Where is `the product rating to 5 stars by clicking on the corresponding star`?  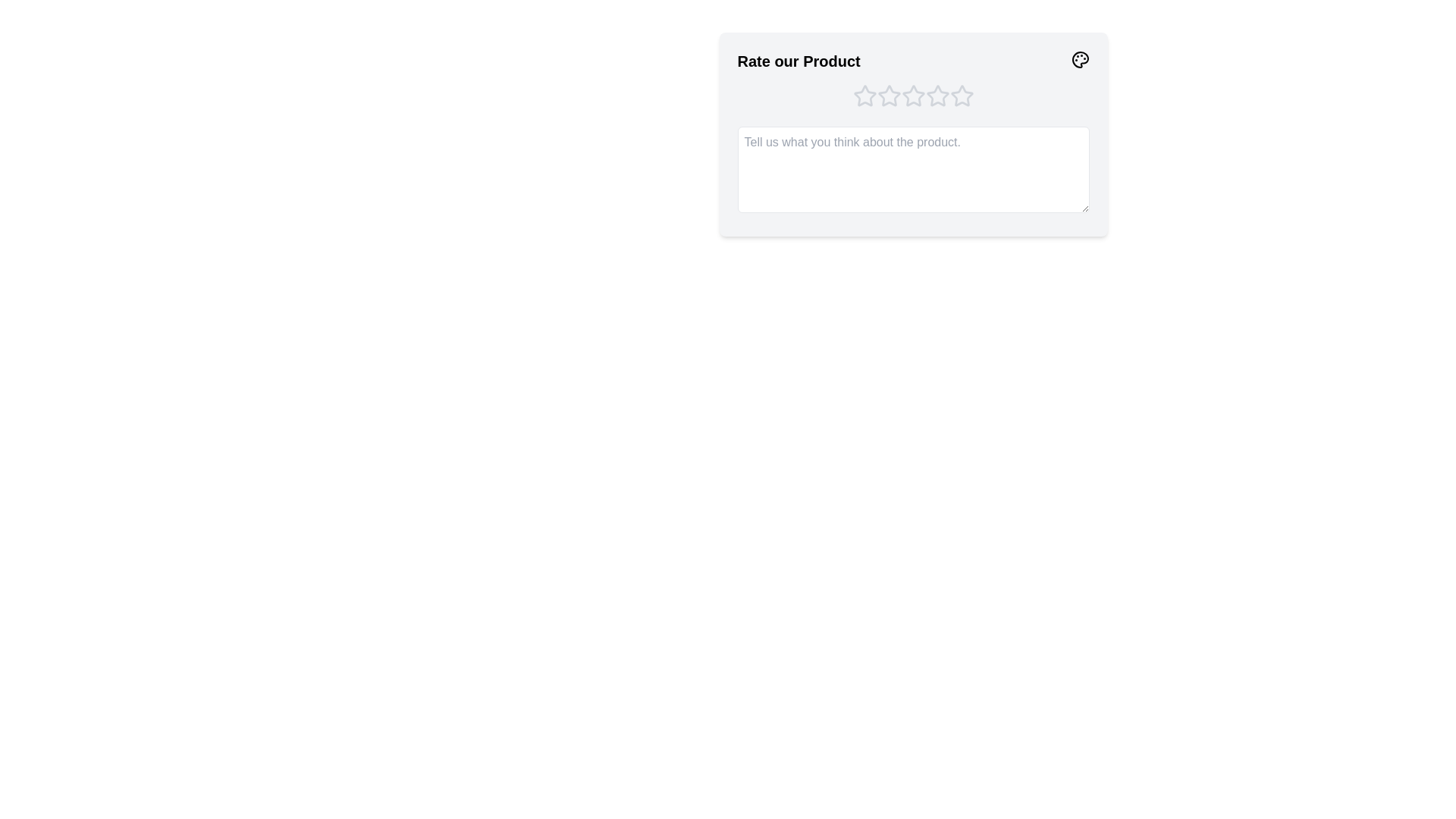
the product rating to 5 stars by clicking on the corresponding star is located at coordinates (961, 96).